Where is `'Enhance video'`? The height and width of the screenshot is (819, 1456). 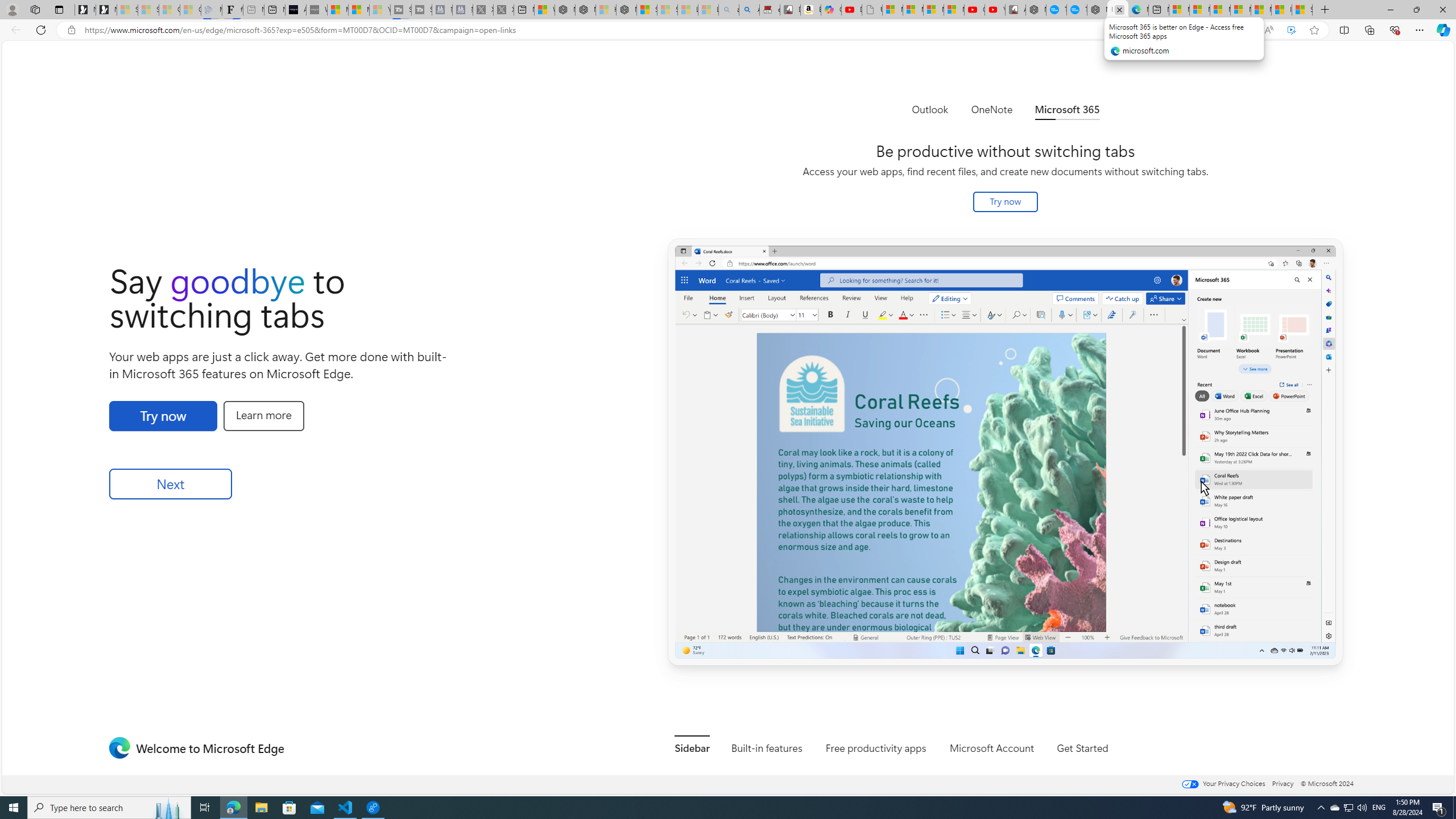 'Enhance video' is located at coordinates (1291, 30).